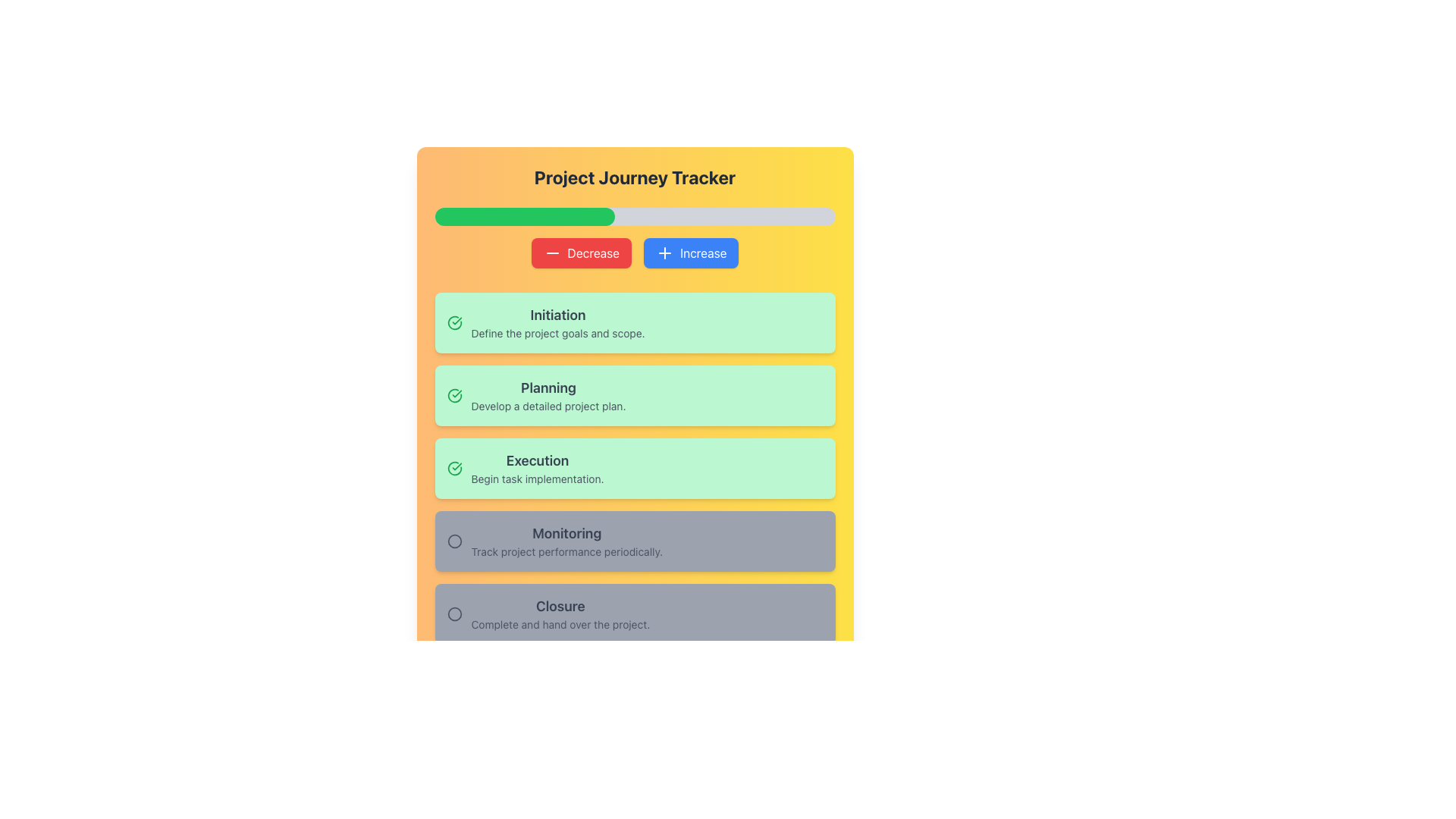 This screenshot has height=819, width=1456. What do you see at coordinates (580, 253) in the screenshot?
I see `the red 'Decrease' button with a minus icon` at bounding box center [580, 253].